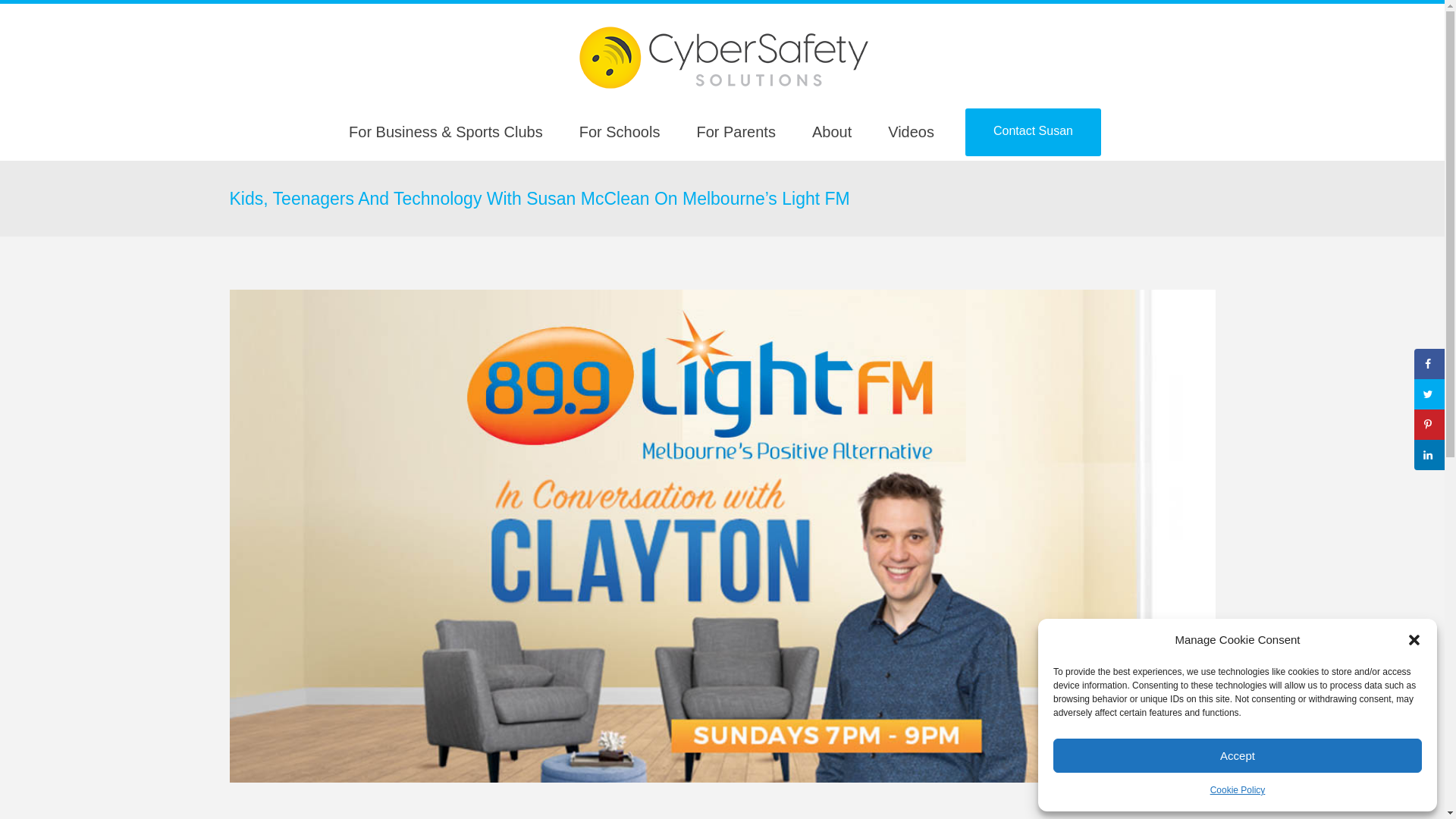  What do you see at coordinates (330, 131) in the screenshot?
I see `'For Business & Sports Clubs'` at bounding box center [330, 131].